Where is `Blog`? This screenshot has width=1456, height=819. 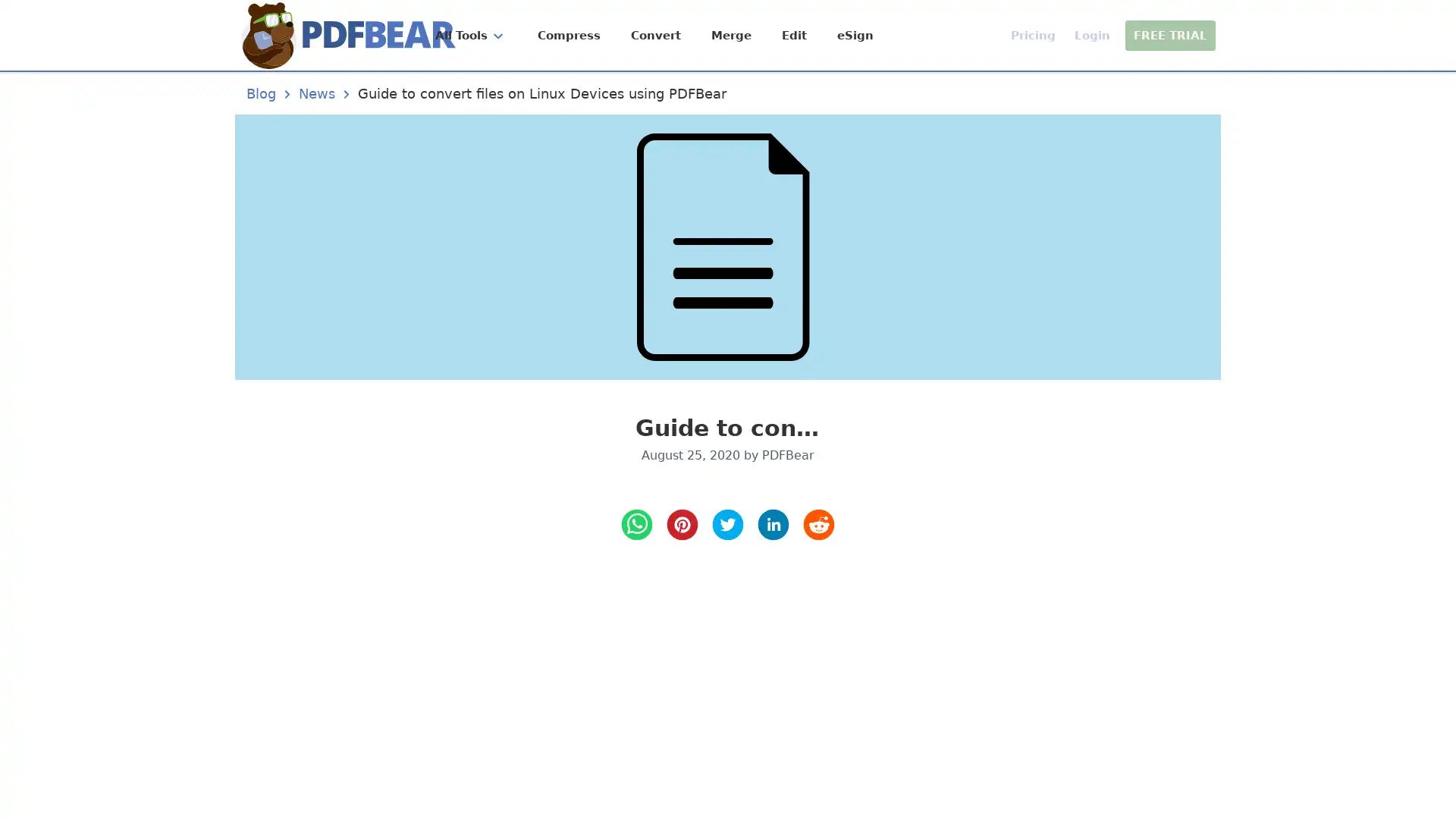 Blog is located at coordinates (261, 93).